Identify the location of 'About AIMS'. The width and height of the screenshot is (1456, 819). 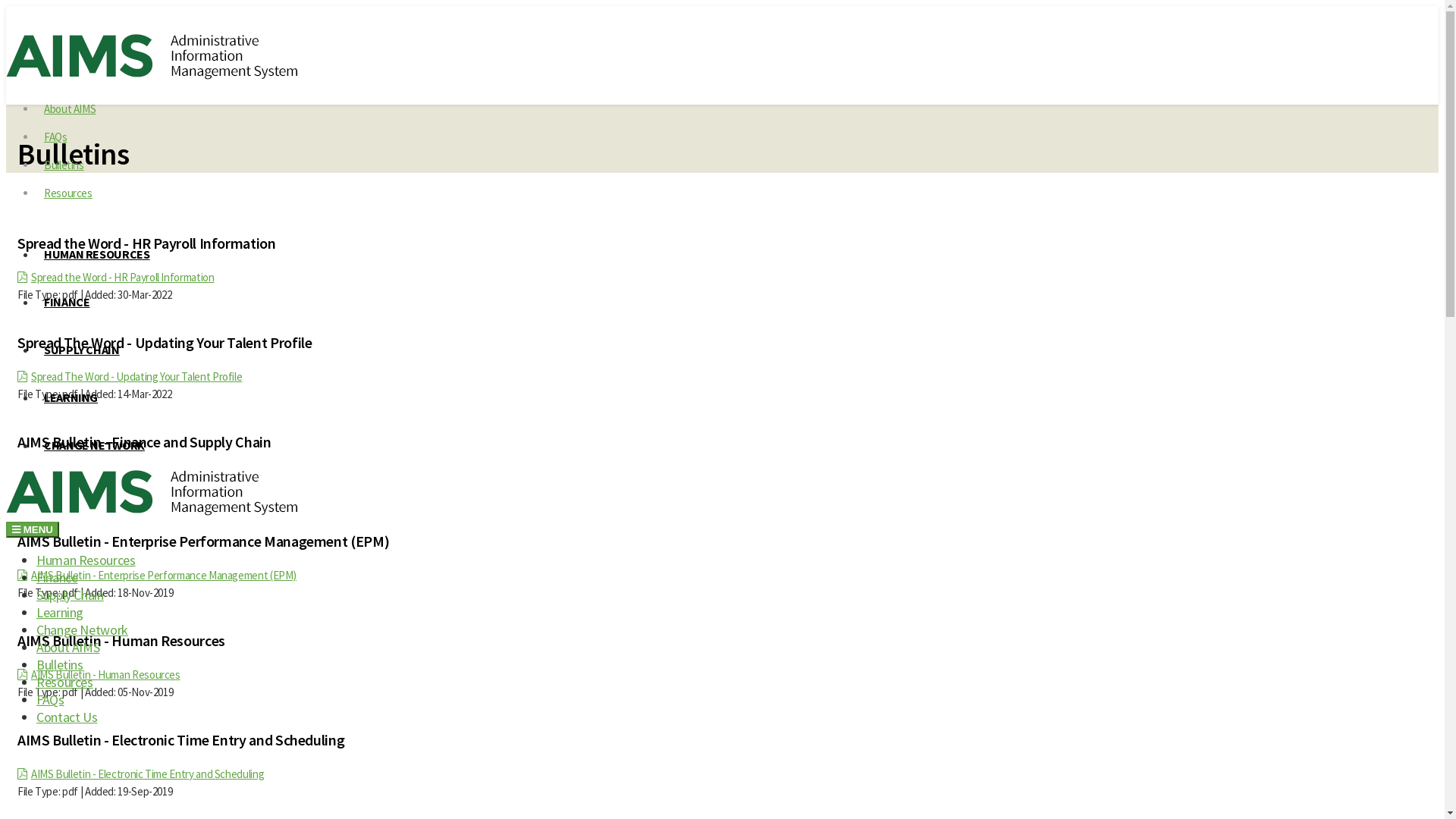
(67, 647).